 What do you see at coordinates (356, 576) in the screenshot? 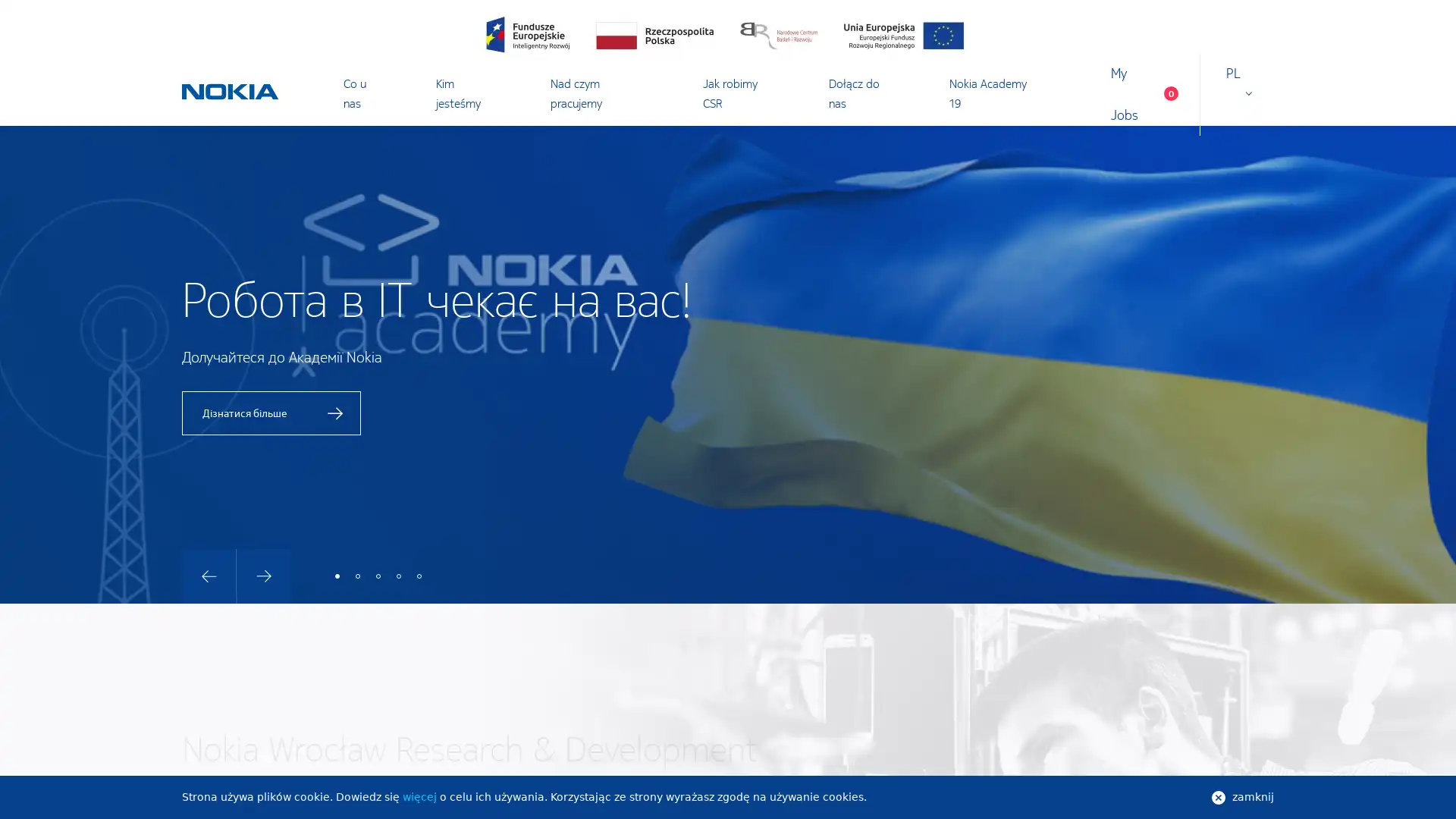
I see `Go to slide 2` at bounding box center [356, 576].